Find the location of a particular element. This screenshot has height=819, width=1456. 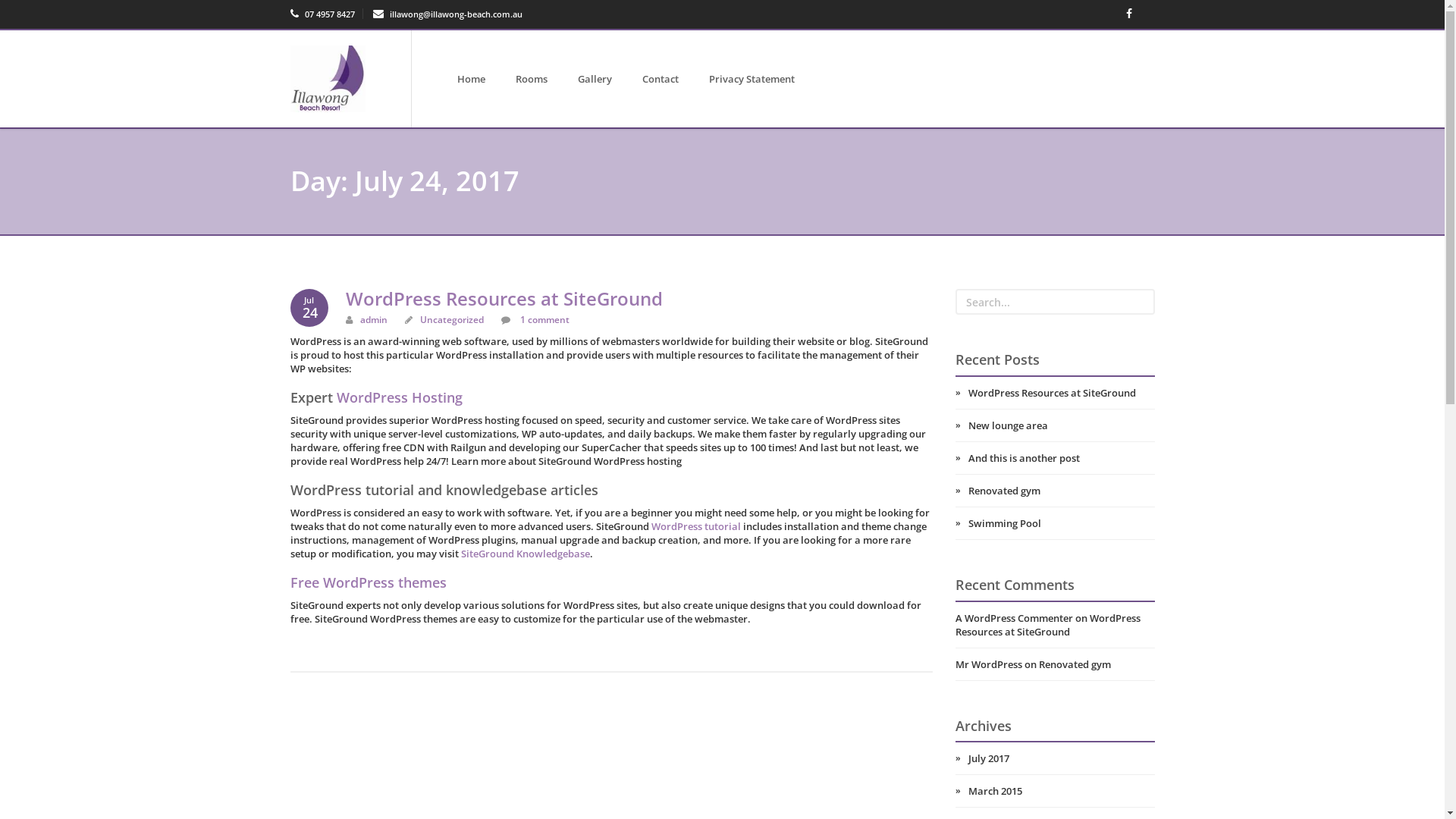

'Swimming Pool' is located at coordinates (954, 522).